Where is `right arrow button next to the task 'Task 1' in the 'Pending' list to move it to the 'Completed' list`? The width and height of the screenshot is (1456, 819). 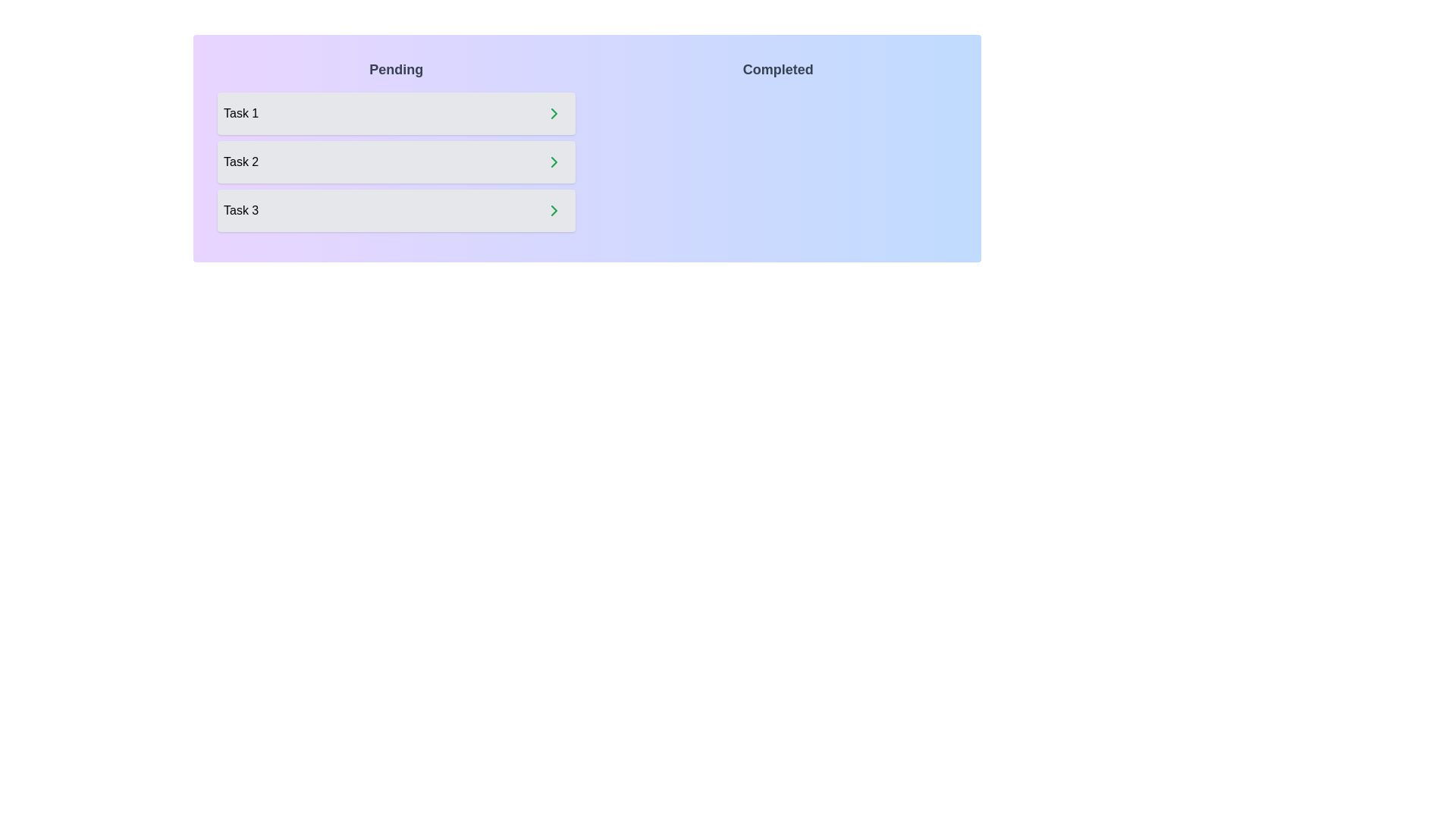 right arrow button next to the task 'Task 1' in the 'Pending' list to move it to the 'Completed' list is located at coordinates (553, 113).